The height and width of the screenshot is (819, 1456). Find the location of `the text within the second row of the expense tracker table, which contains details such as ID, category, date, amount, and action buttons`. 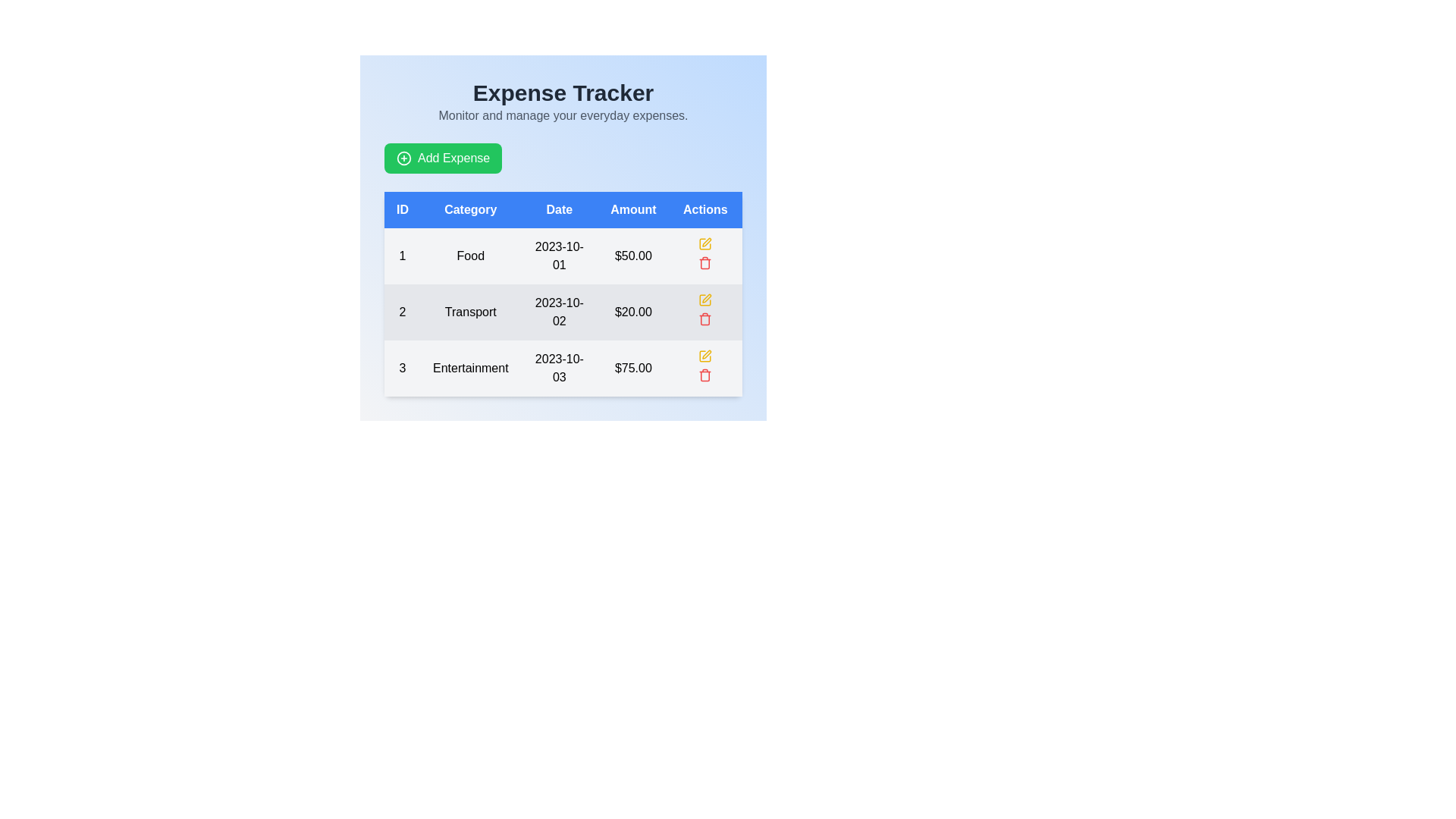

the text within the second row of the expense tracker table, which contains details such as ID, category, date, amount, and action buttons is located at coordinates (563, 294).